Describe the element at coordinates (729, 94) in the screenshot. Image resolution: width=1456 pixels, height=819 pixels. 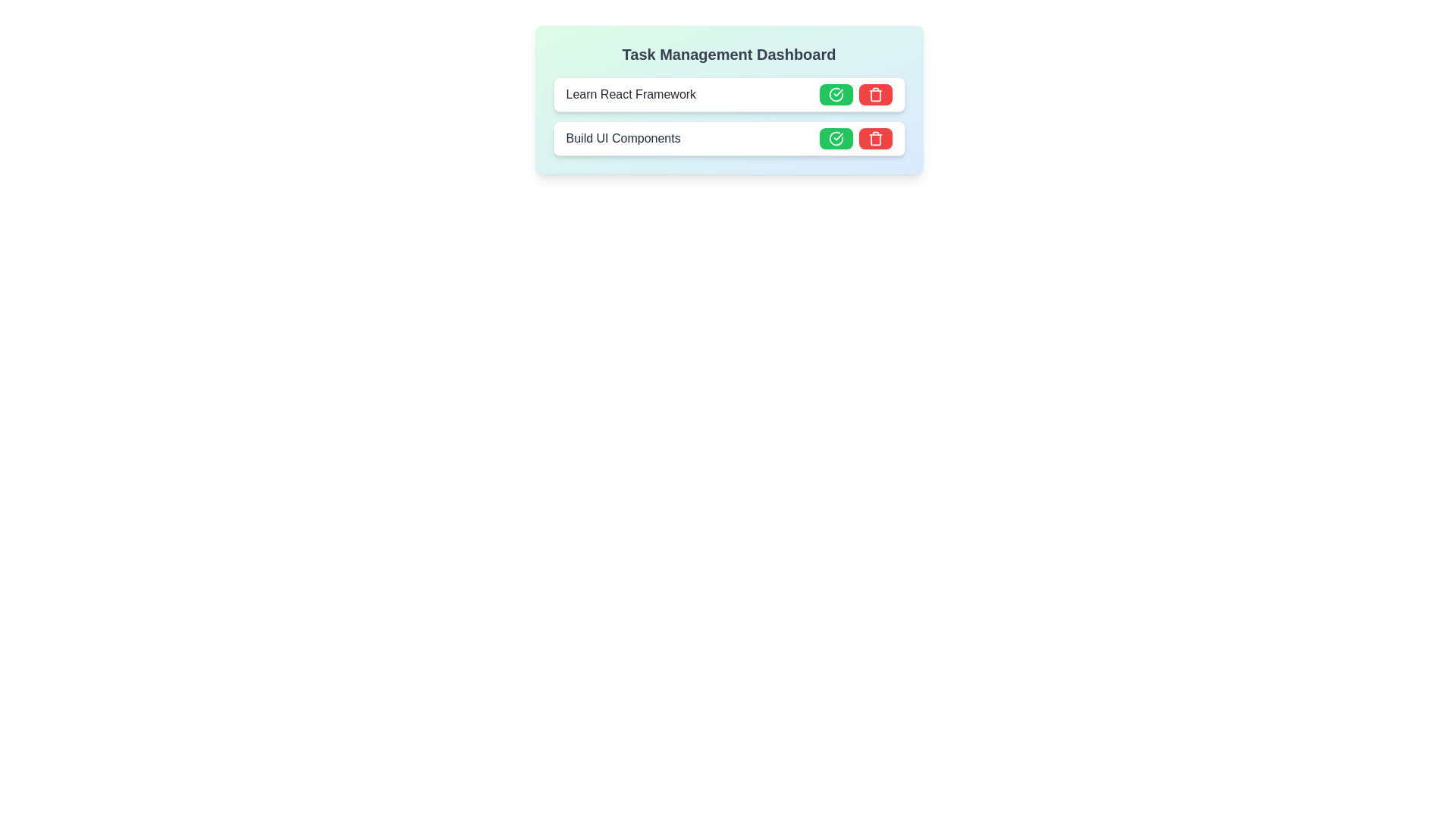
I see `the topmost task item in the task management interface` at that location.